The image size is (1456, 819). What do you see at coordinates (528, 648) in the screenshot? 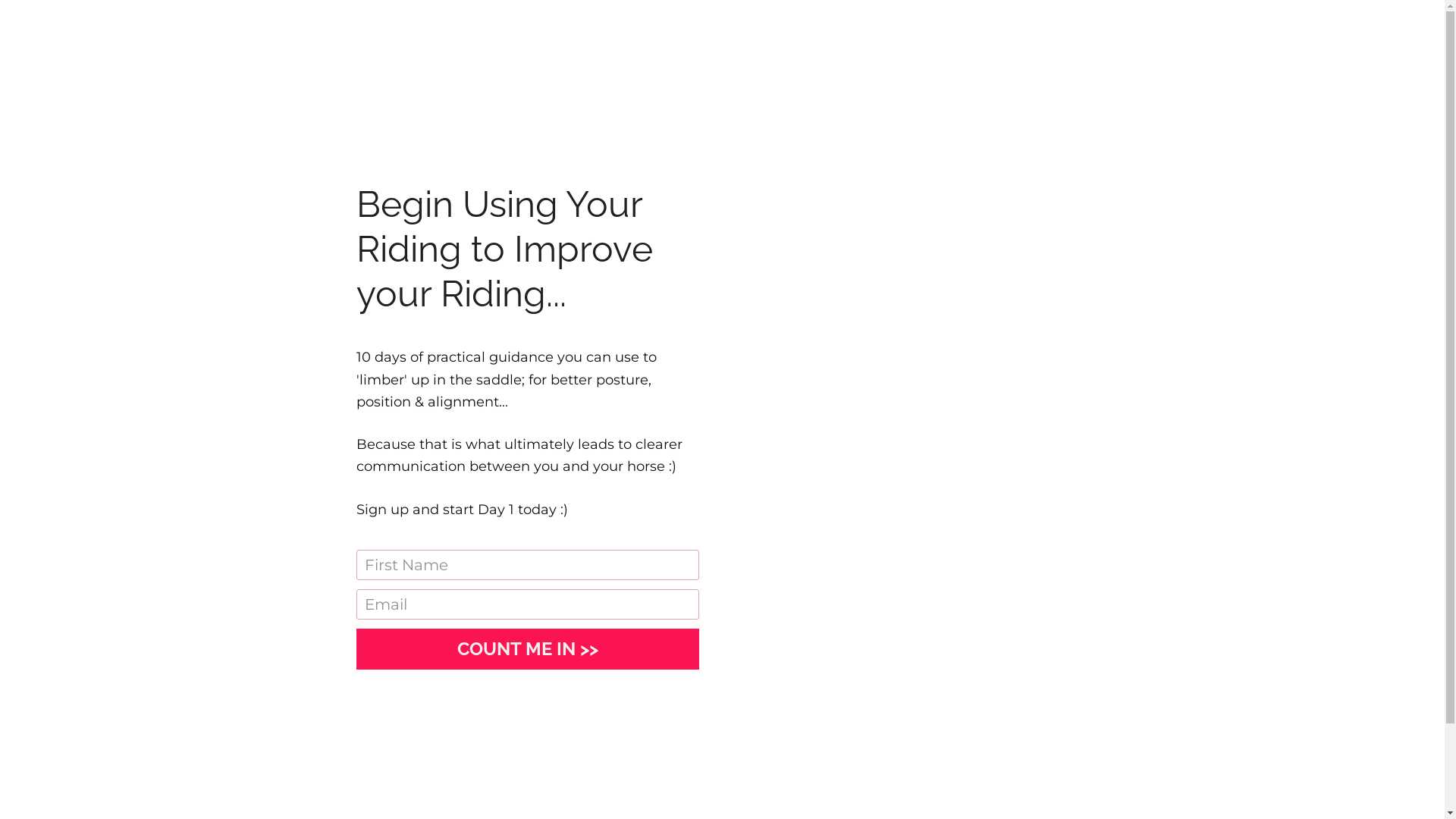
I see `'COUNT ME IN >>'` at bounding box center [528, 648].